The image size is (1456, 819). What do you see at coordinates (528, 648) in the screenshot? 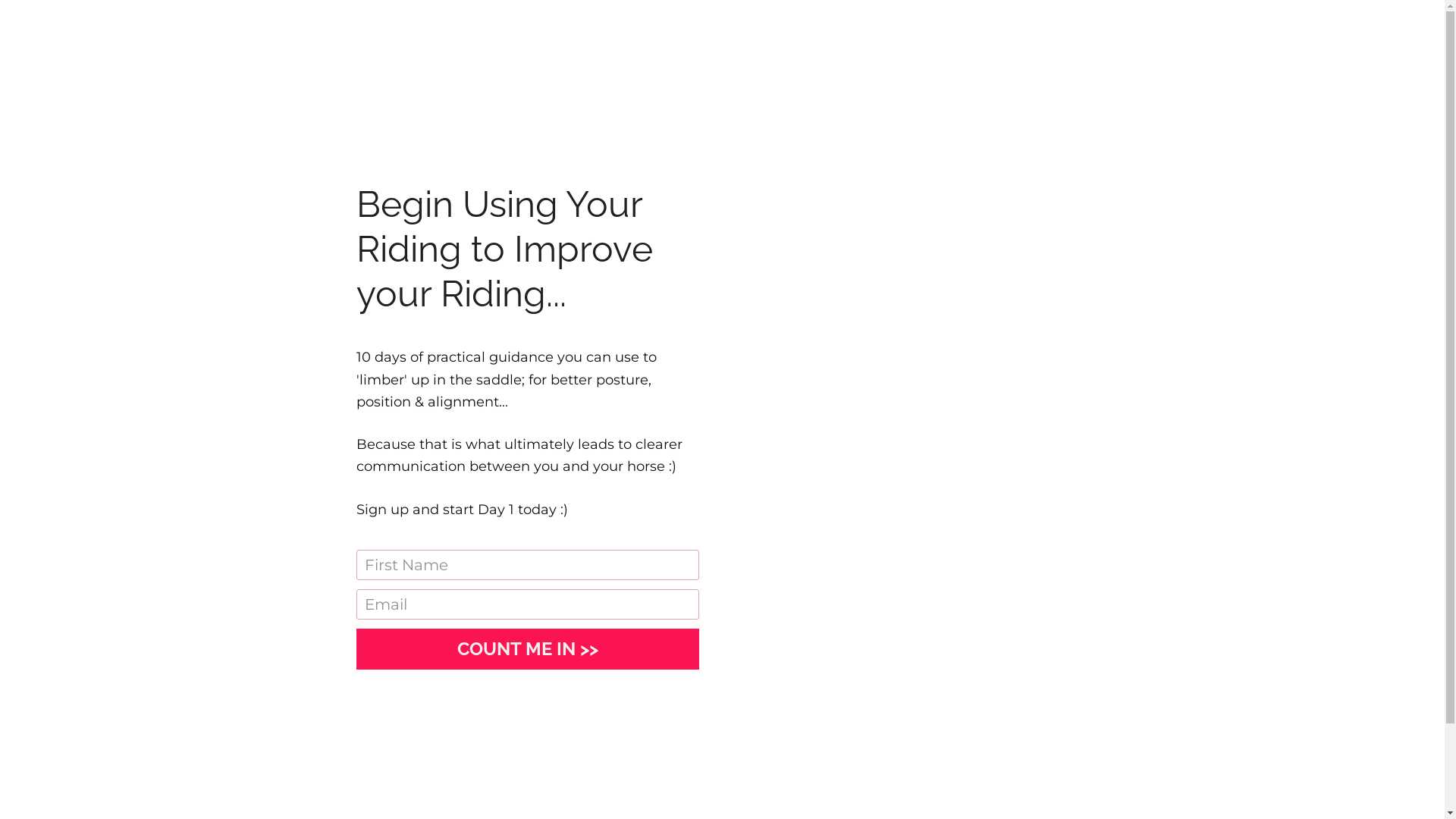
I see `'COUNT ME IN >>'` at bounding box center [528, 648].